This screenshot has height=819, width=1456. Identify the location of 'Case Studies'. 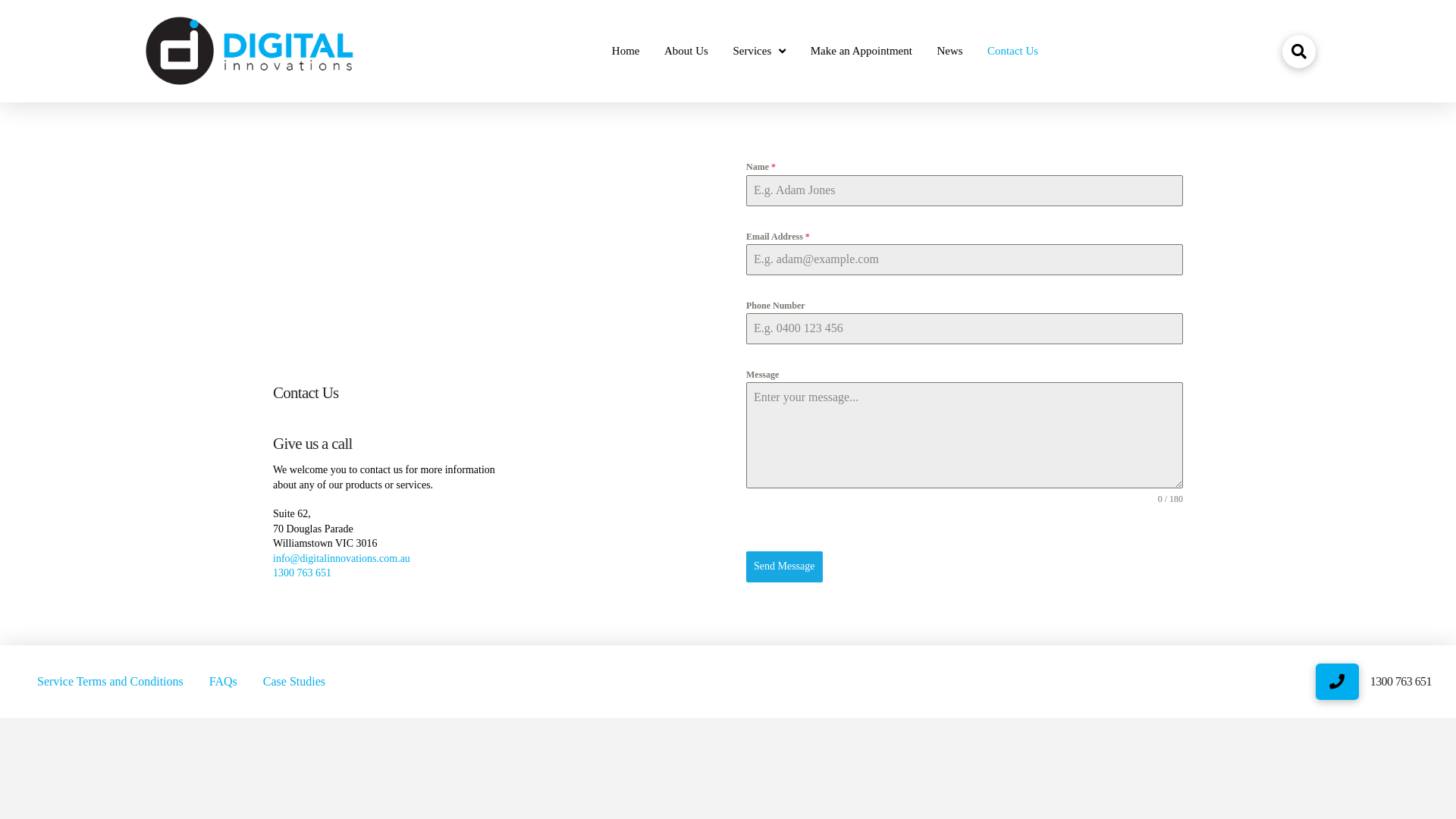
(250, 680).